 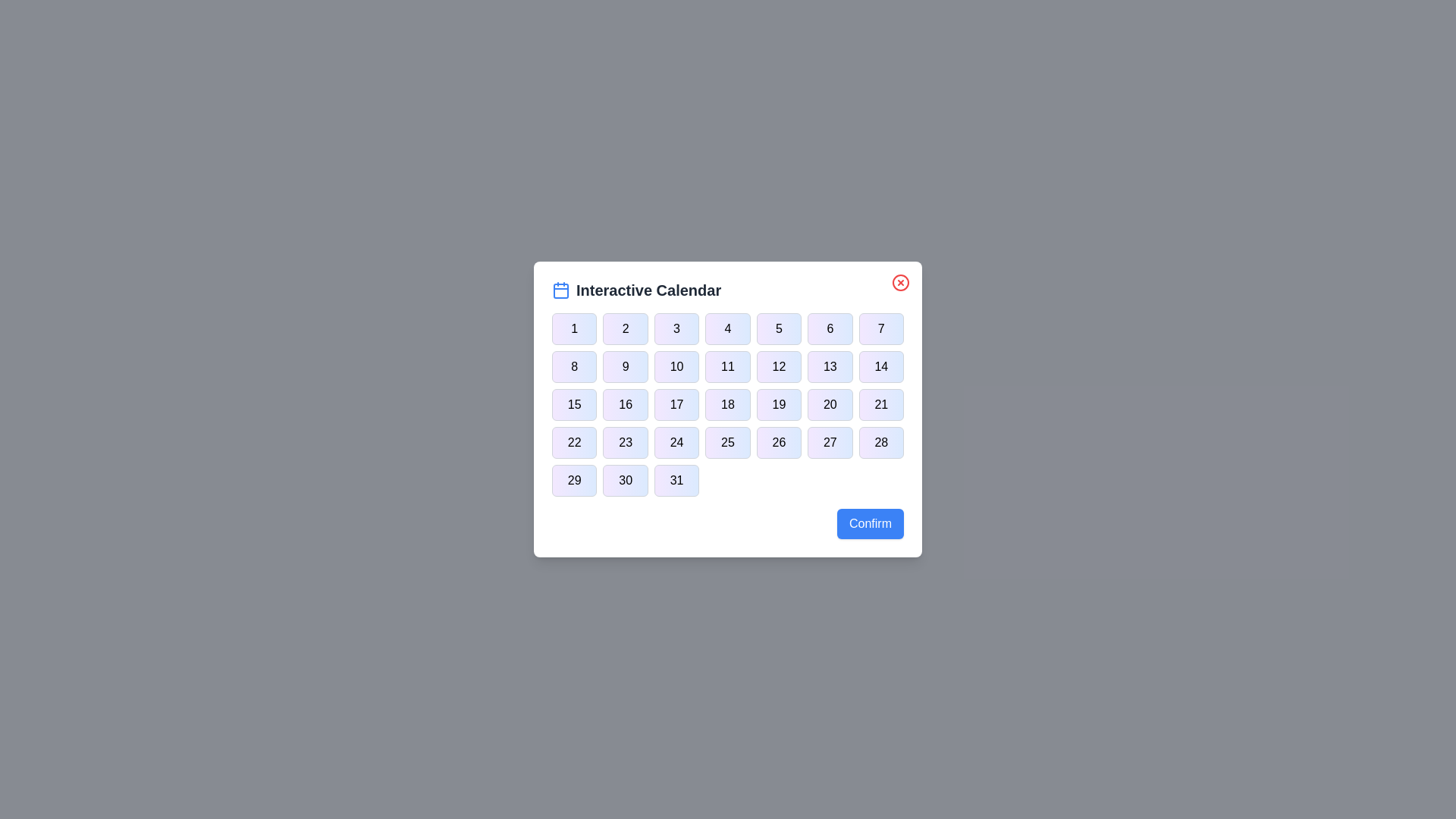 I want to click on the button corresponding to day 18 in the calendar, so click(x=728, y=403).